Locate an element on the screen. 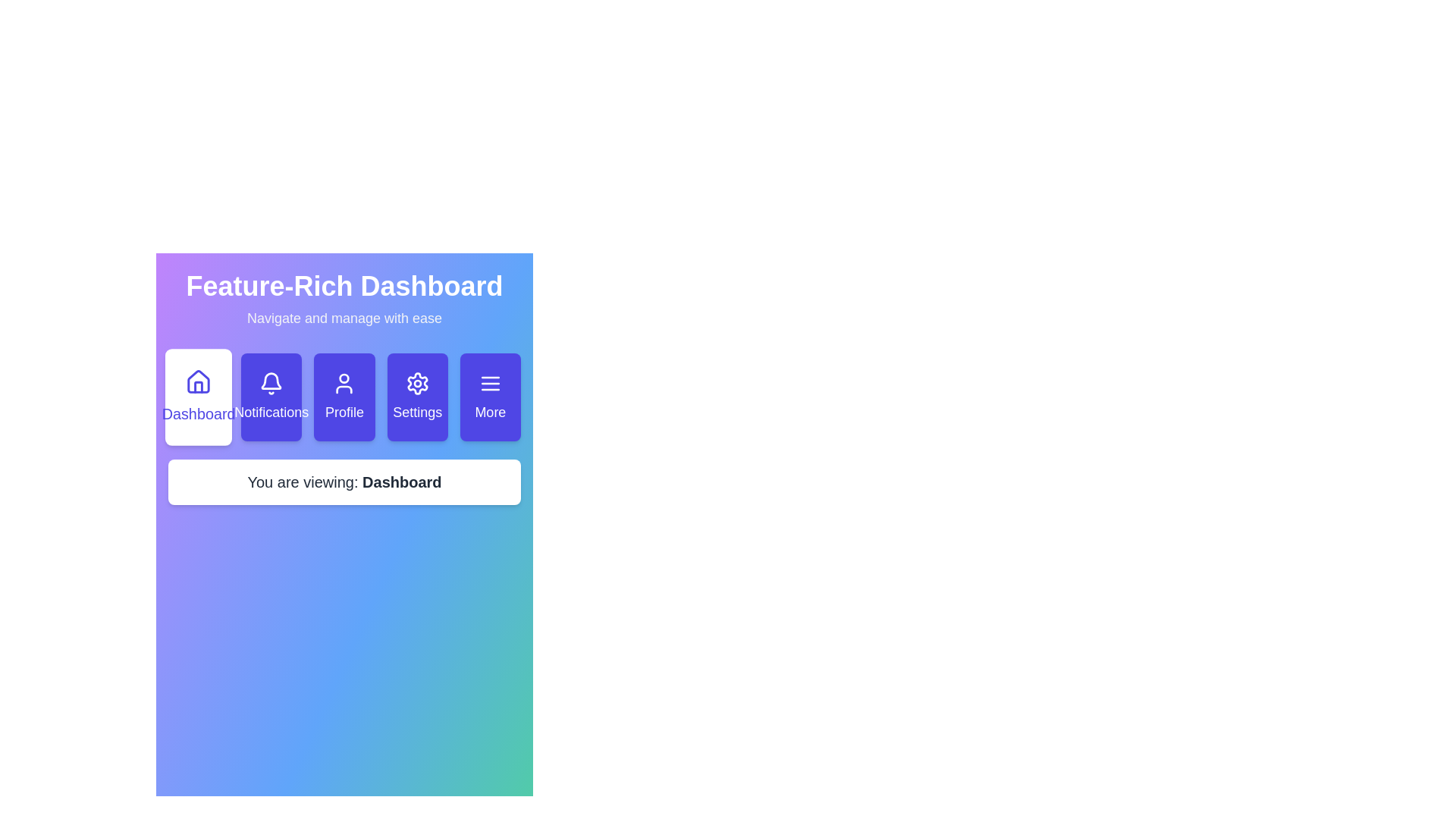 Image resolution: width=1456 pixels, height=819 pixels. the notifications button, which is the second button from the left in the navigation bar is located at coordinates (271, 397).